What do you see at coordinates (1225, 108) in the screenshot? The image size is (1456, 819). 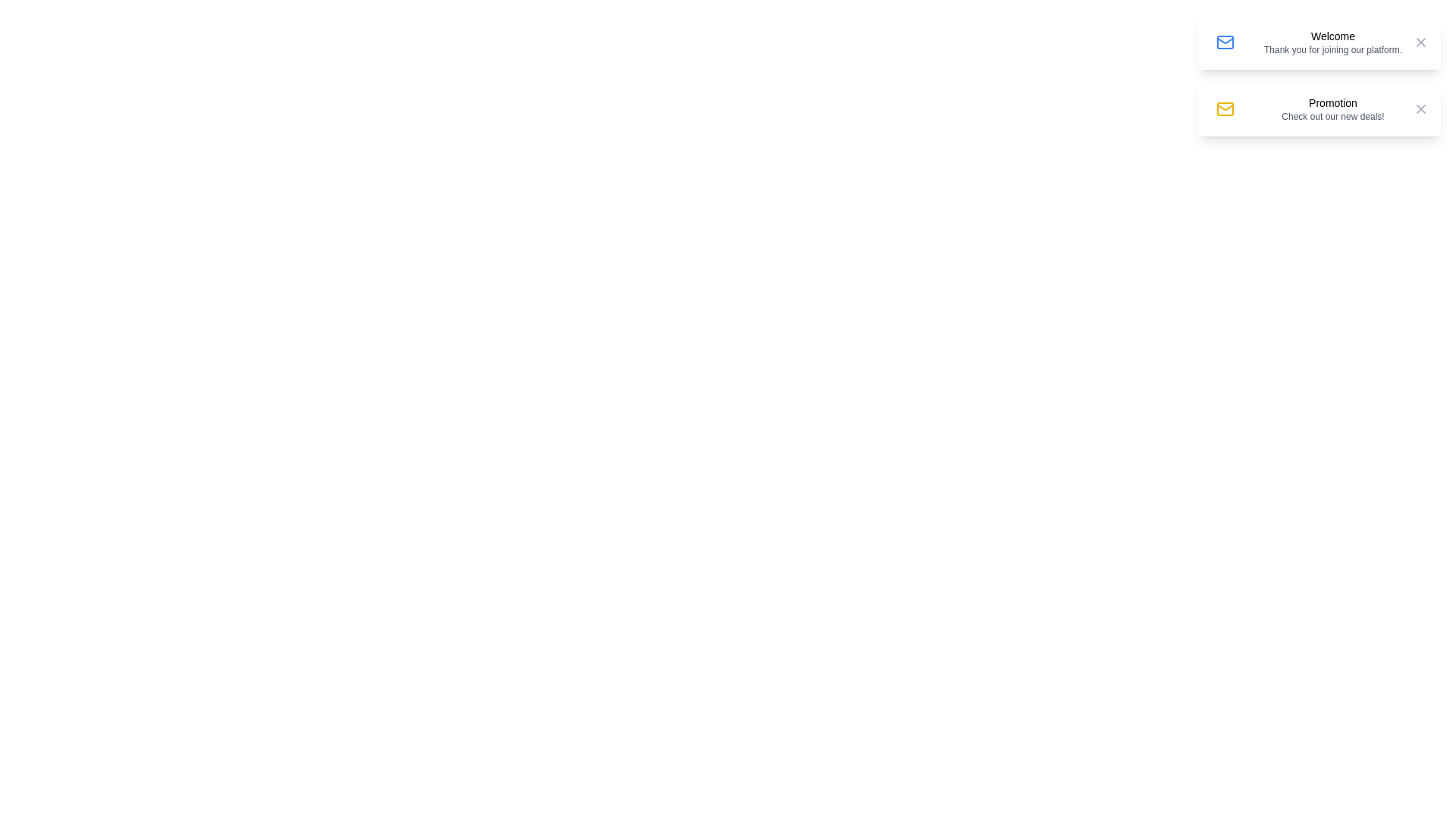 I see `the rectangular graphical shape with rounded corners that is part of the envelope icon, located to the left of the text label 'Promotion'` at bounding box center [1225, 108].